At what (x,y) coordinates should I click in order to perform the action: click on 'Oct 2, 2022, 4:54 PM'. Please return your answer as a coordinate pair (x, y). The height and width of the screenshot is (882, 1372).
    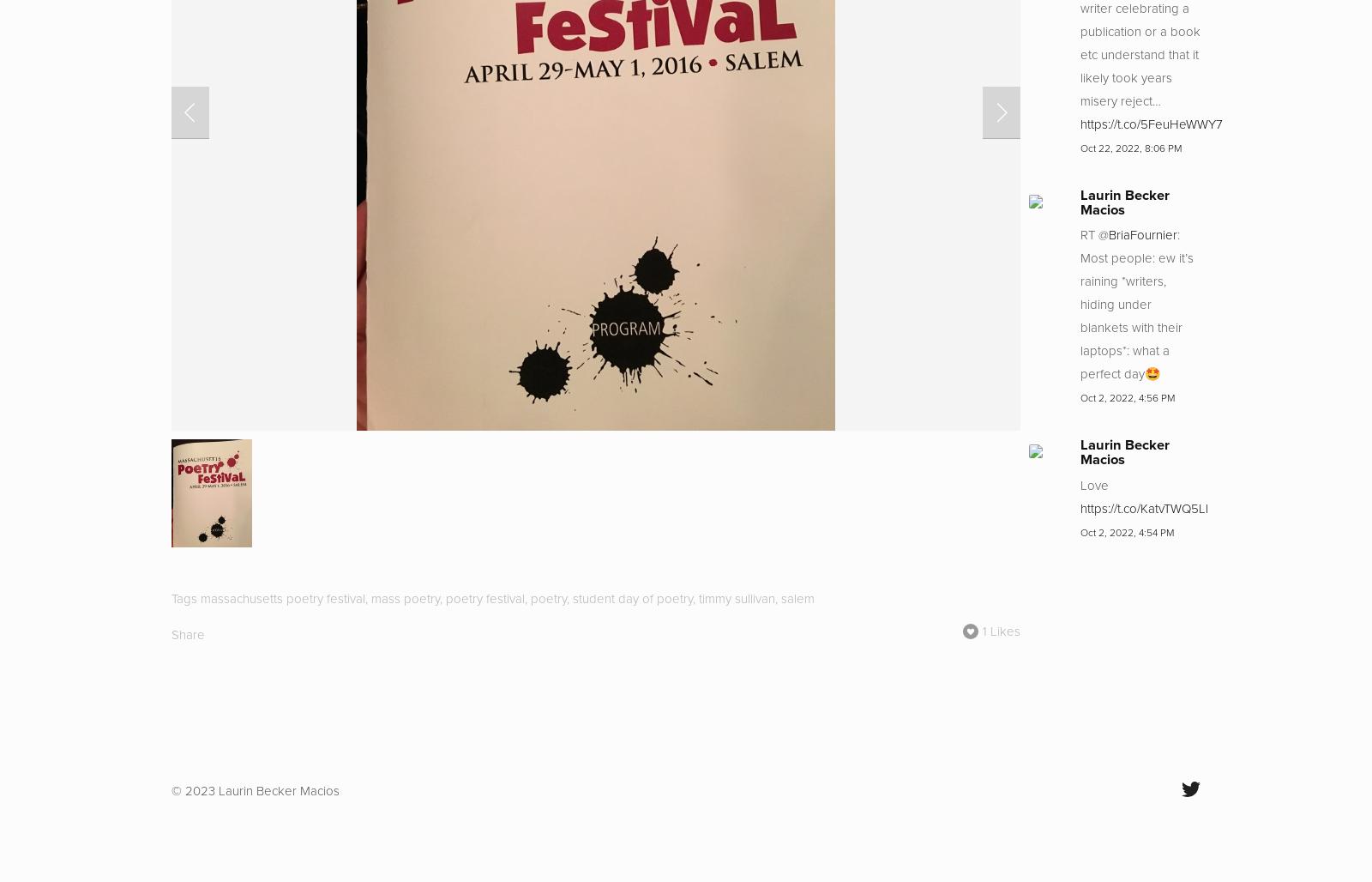
    Looking at the image, I should click on (1126, 530).